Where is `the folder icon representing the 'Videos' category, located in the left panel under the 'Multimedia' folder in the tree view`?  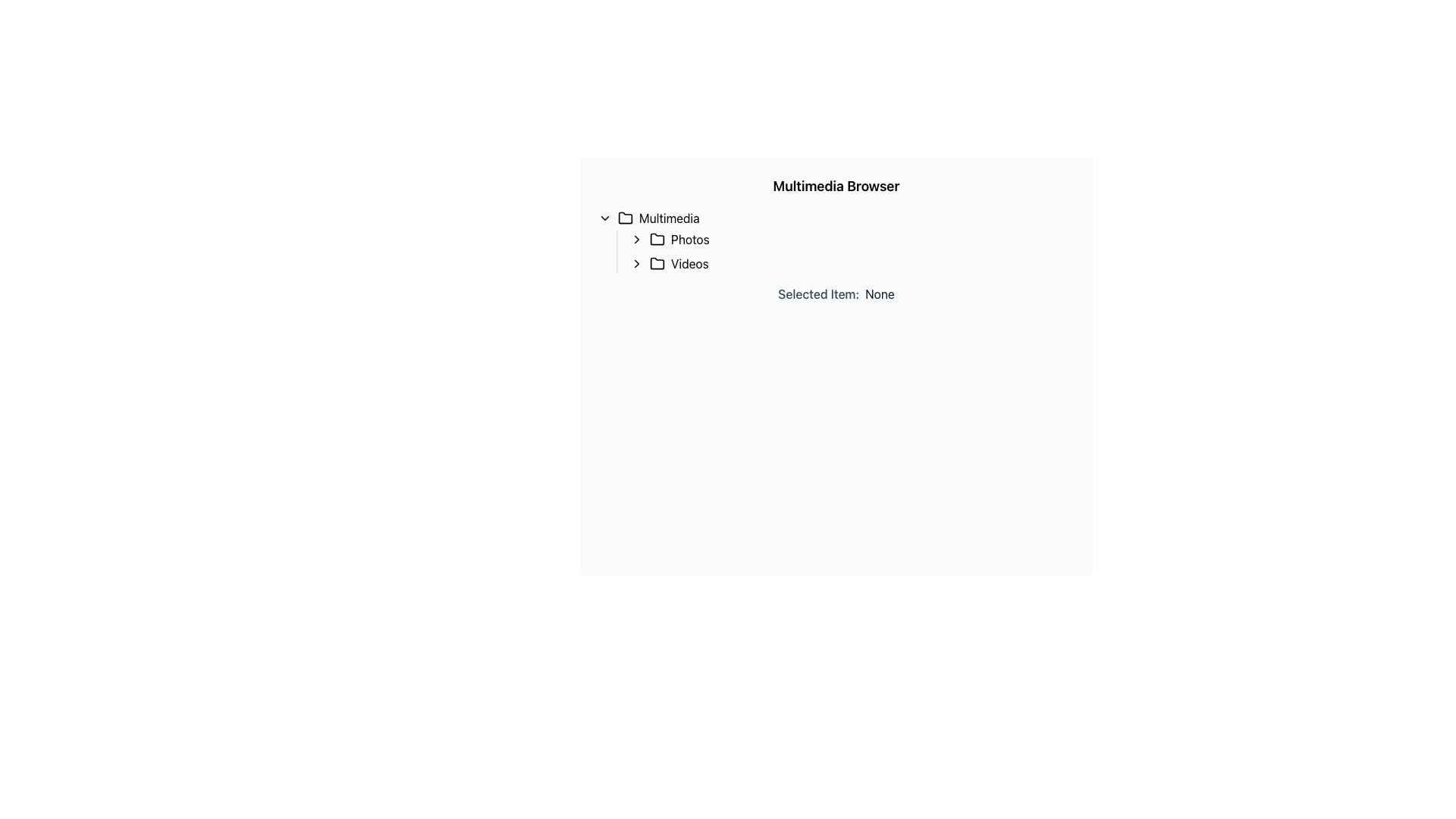 the folder icon representing the 'Videos' category, located in the left panel under the 'Multimedia' folder in the tree view is located at coordinates (657, 262).